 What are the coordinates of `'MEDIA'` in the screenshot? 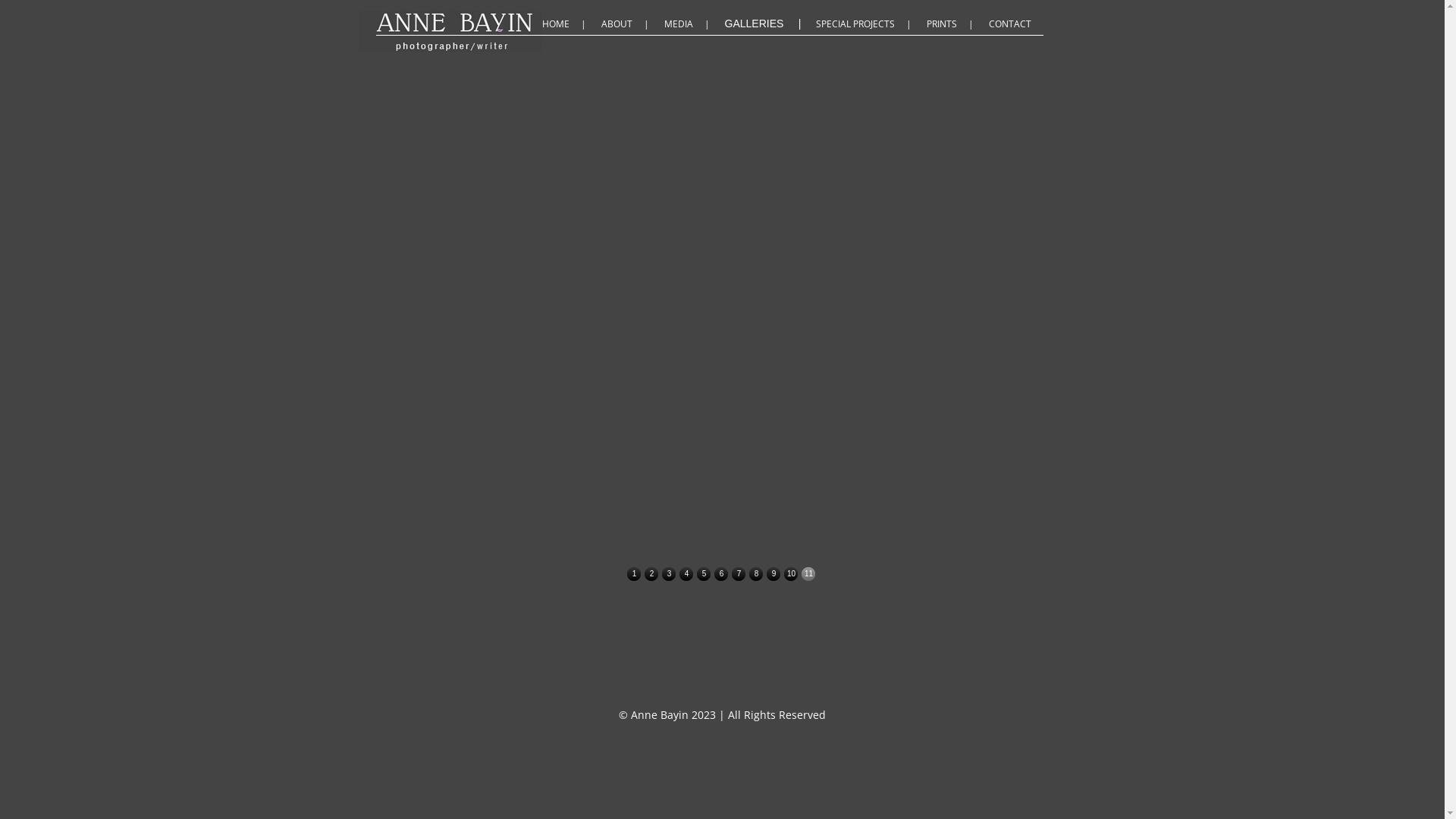 It's located at (688, 24).